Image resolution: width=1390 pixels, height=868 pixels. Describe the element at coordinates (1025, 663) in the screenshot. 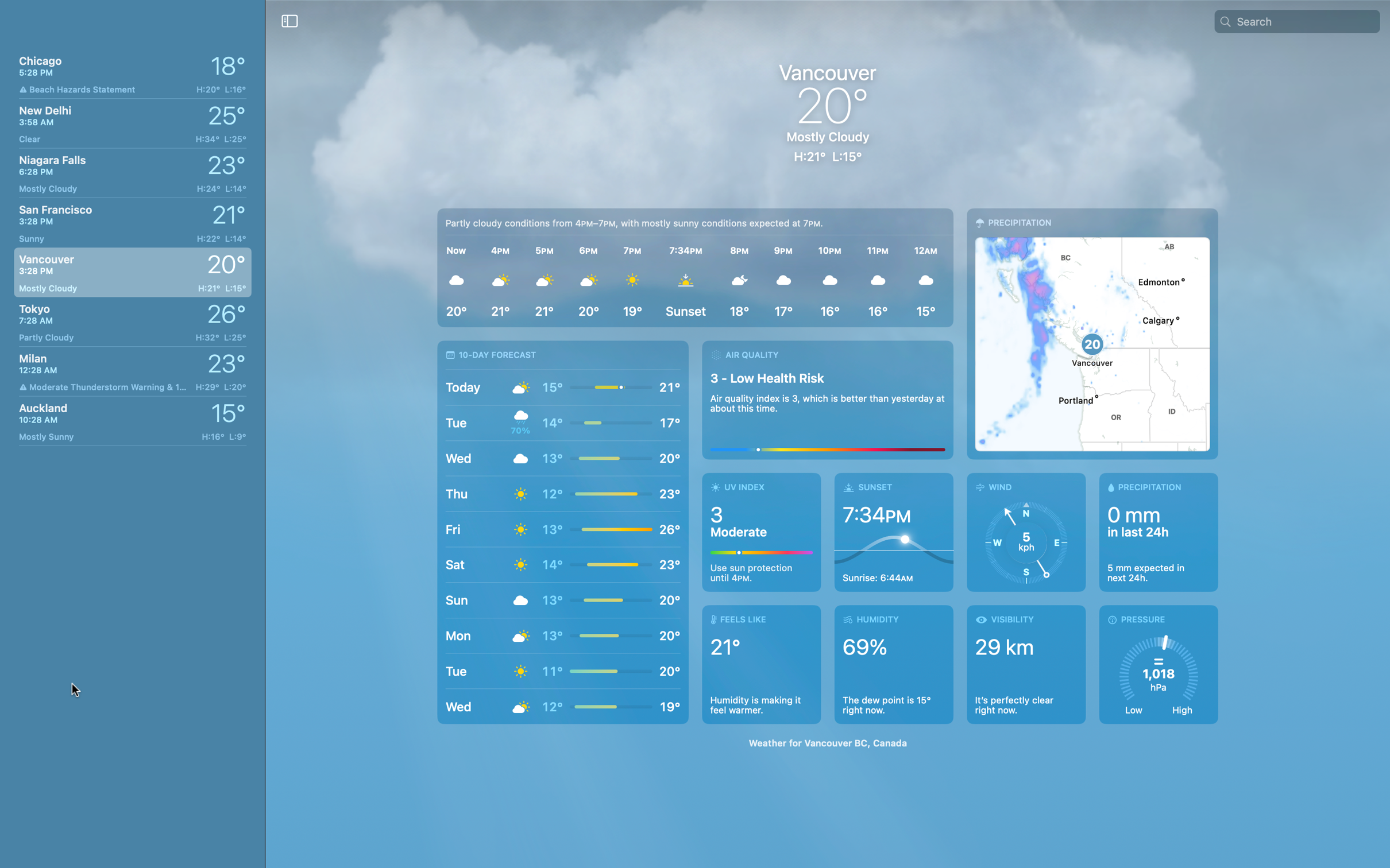

I see `Verify the sight conditions in Vancouver` at that location.